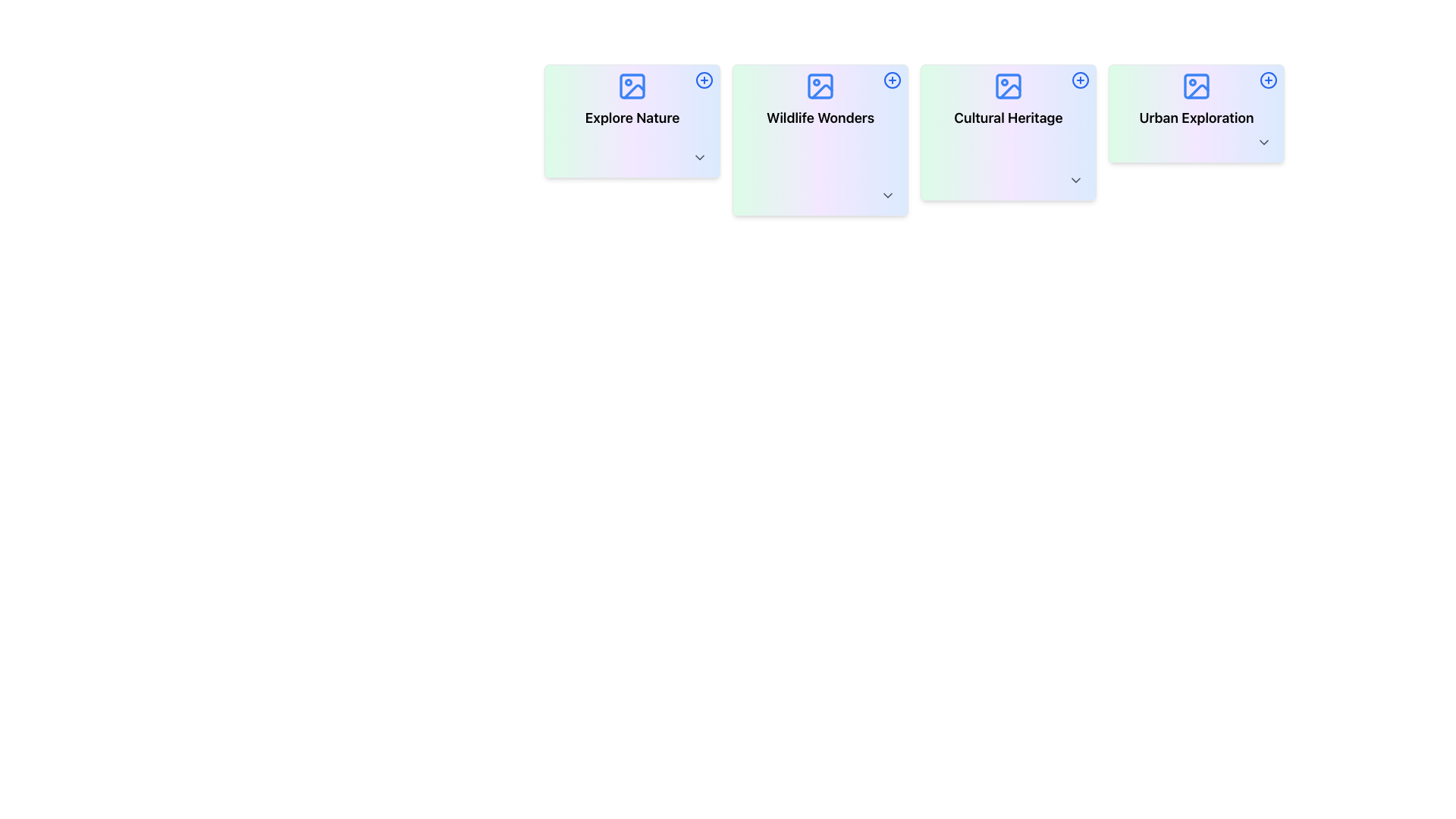 Image resolution: width=1456 pixels, height=819 pixels. Describe the element at coordinates (1196, 117) in the screenshot. I see `the text label located at the bottom-center of the rightmost card in a row of four cards, which describes the content of the card` at that location.